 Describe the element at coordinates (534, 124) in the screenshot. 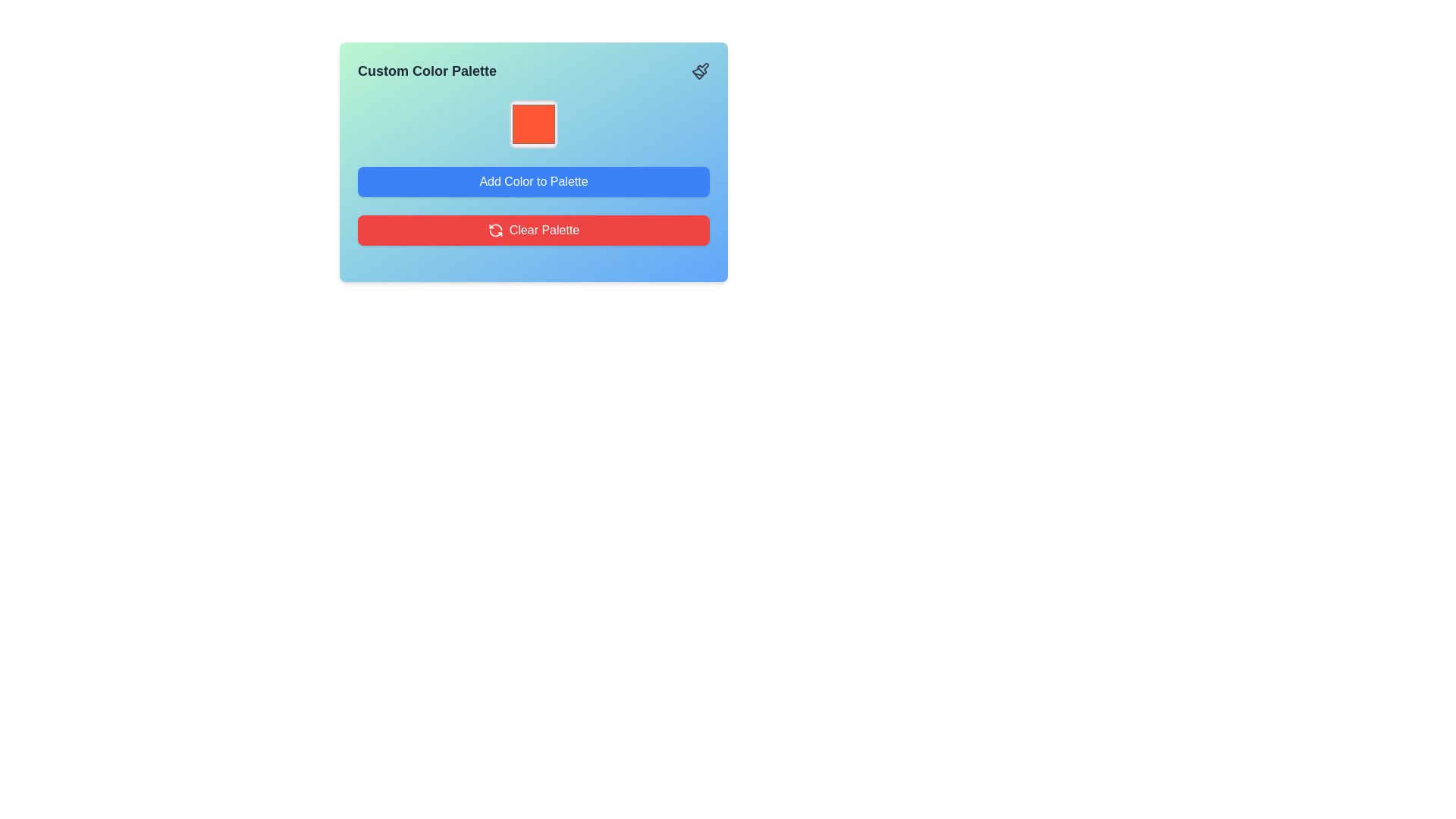

I see `the color picker element located in the 'Custom Color Palette' card` at that location.